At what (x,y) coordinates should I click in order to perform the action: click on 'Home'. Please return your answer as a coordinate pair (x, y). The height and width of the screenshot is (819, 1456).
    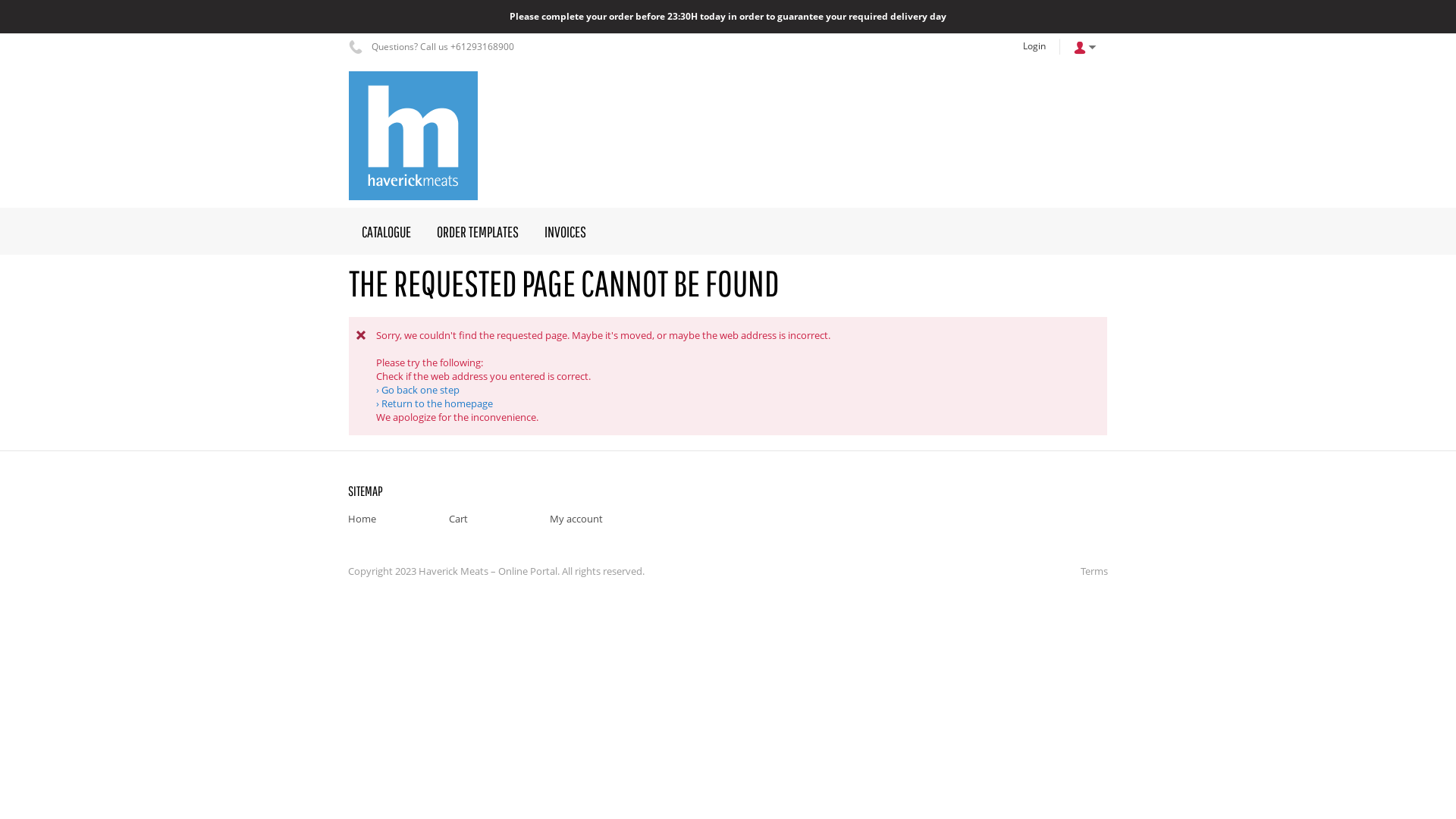
    Looking at the image, I should click on (361, 517).